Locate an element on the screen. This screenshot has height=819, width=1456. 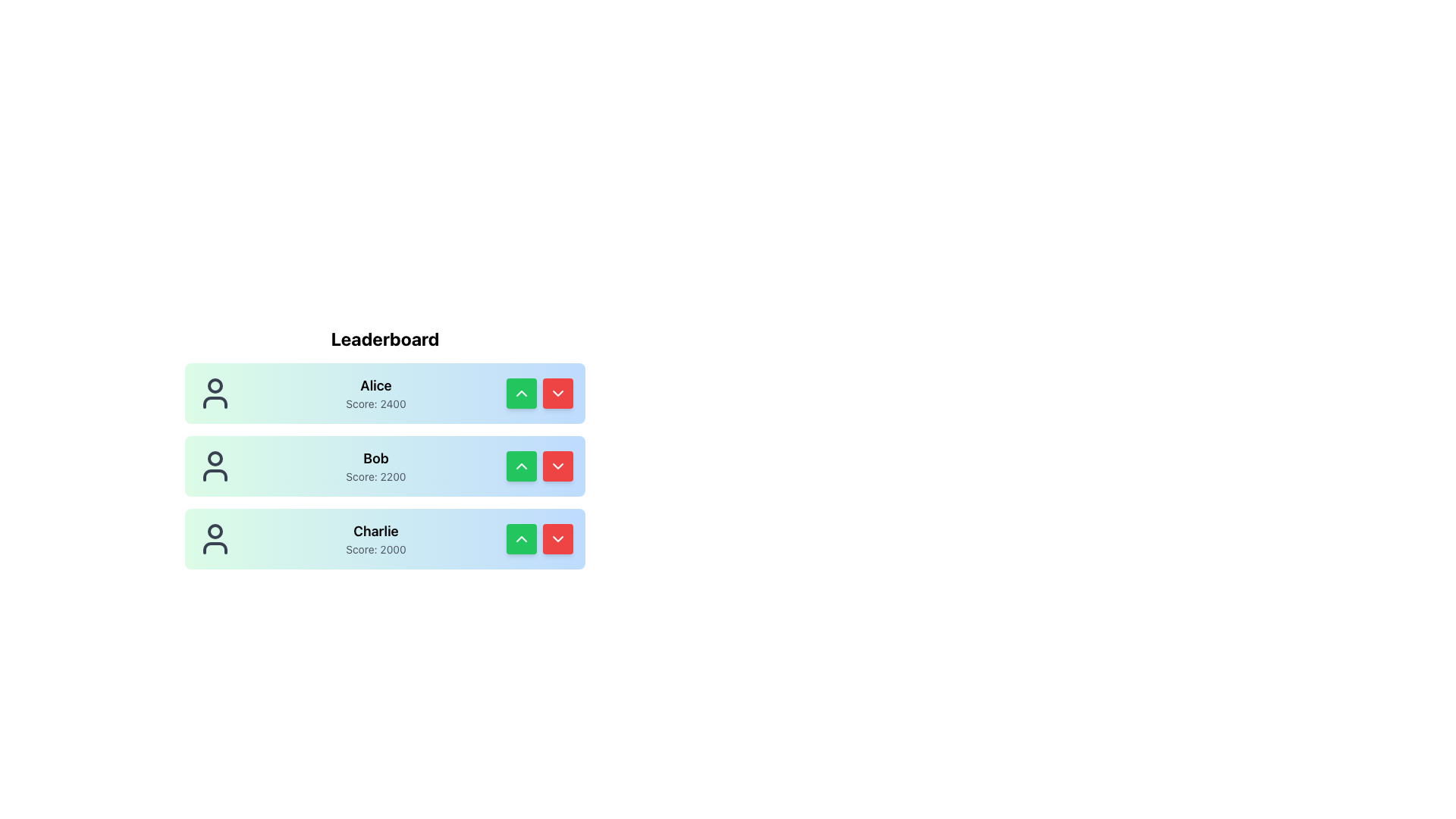
the downward-pointing chevron icon located inside the small red circular button on the right side of the third leaderboard entry for the user 'Charlie' is located at coordinates (557, 393).